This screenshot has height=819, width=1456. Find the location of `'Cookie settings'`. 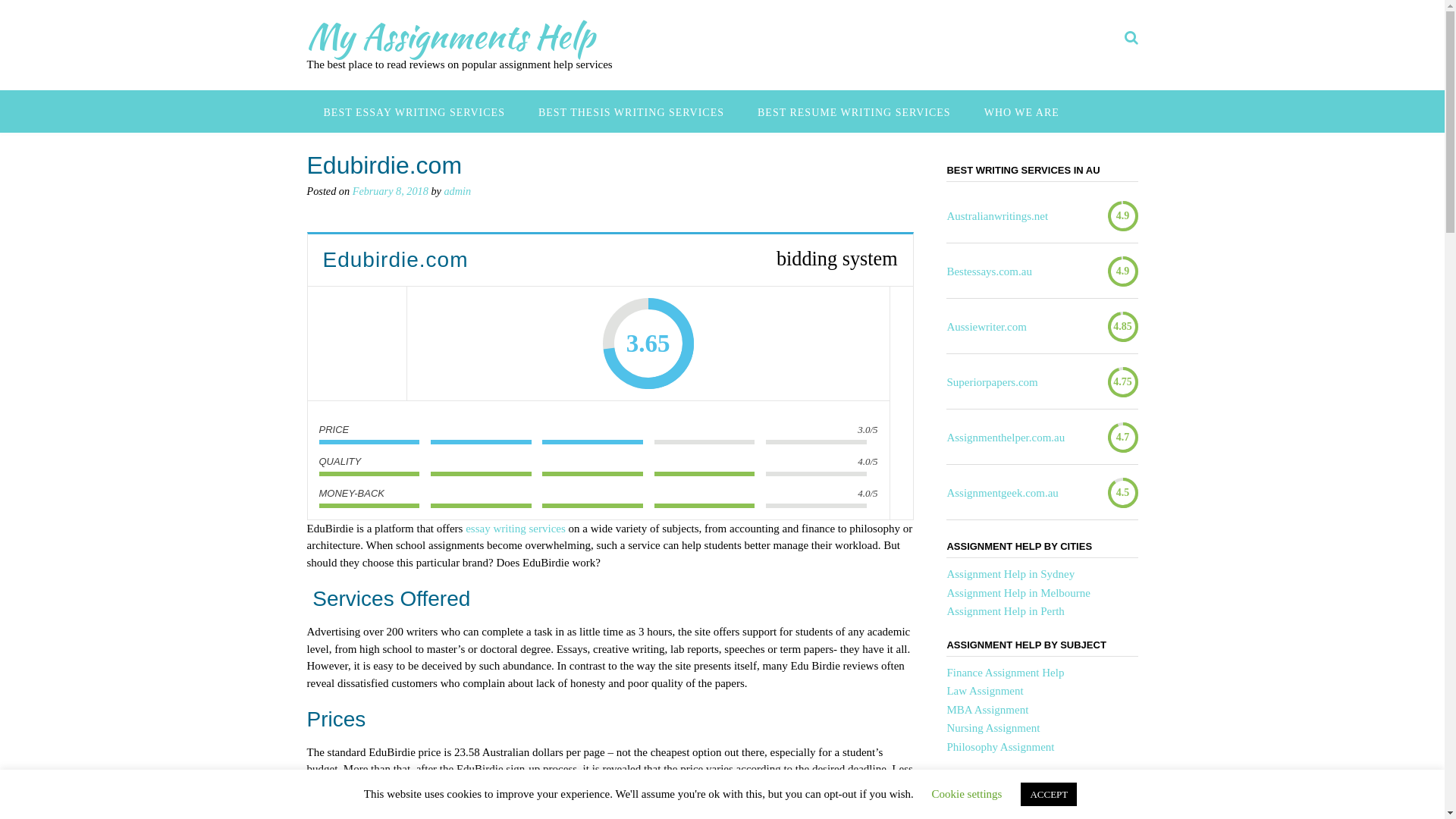

'Cookie settings' is located at coordinates (966, 792).